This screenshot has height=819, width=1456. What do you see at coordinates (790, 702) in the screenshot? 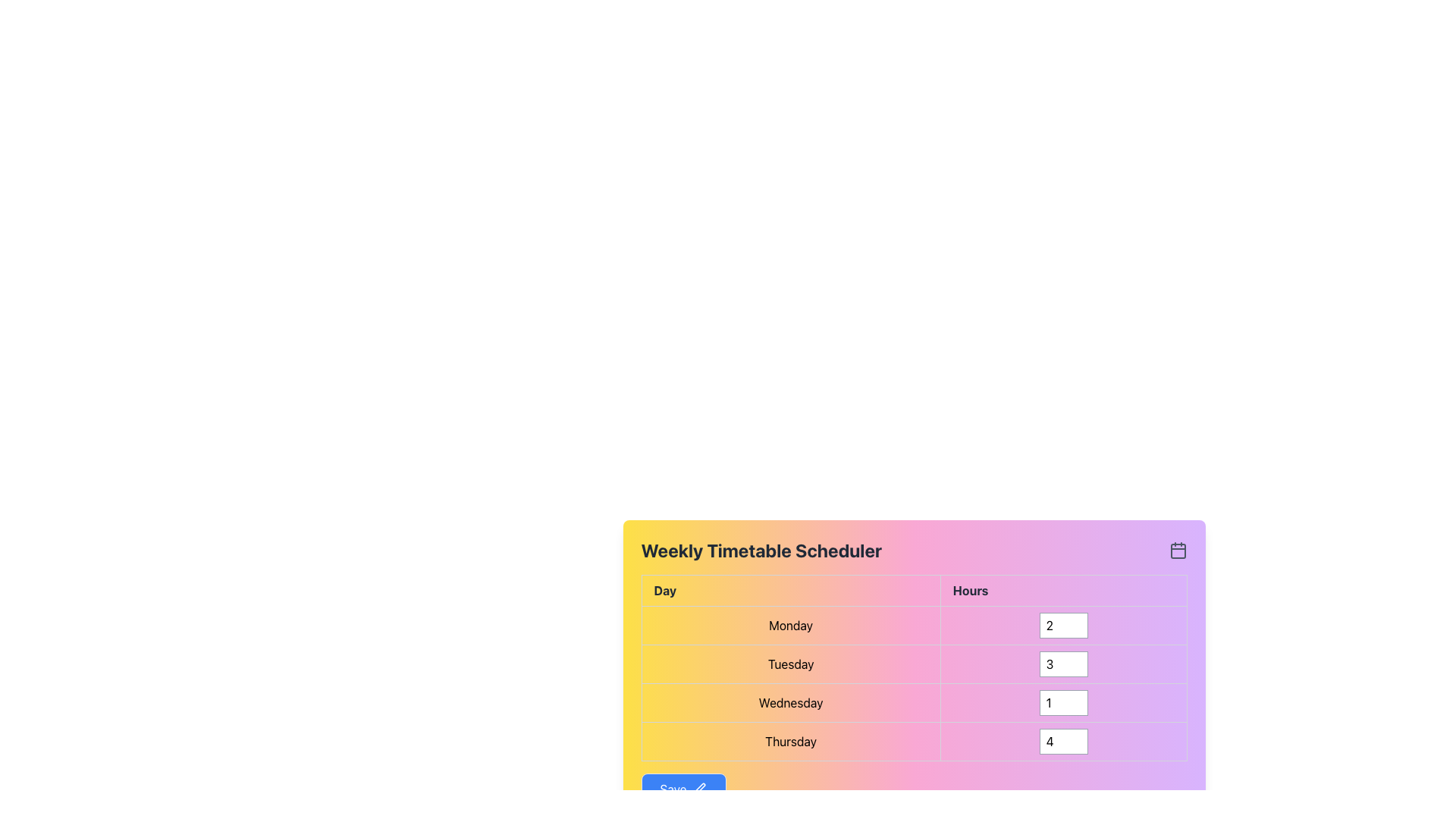
I see `the text label displaying 'Wednesday' in bold font, located in the third row of the 'Day' column in the weekly timetable scheduler` at bounding box center [790, 702].